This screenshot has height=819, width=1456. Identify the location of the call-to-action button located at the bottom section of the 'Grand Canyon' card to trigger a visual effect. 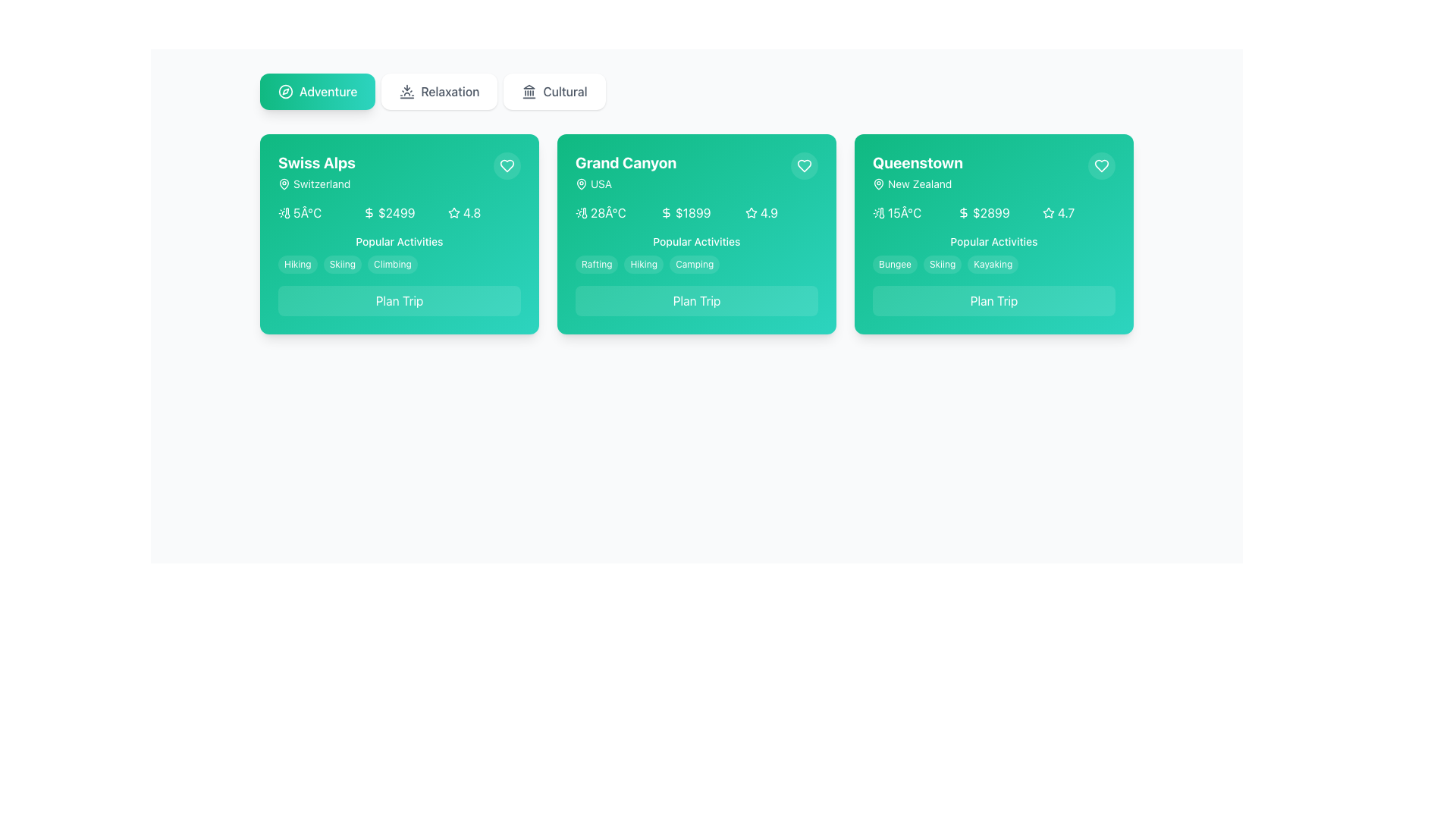
(695, 301).